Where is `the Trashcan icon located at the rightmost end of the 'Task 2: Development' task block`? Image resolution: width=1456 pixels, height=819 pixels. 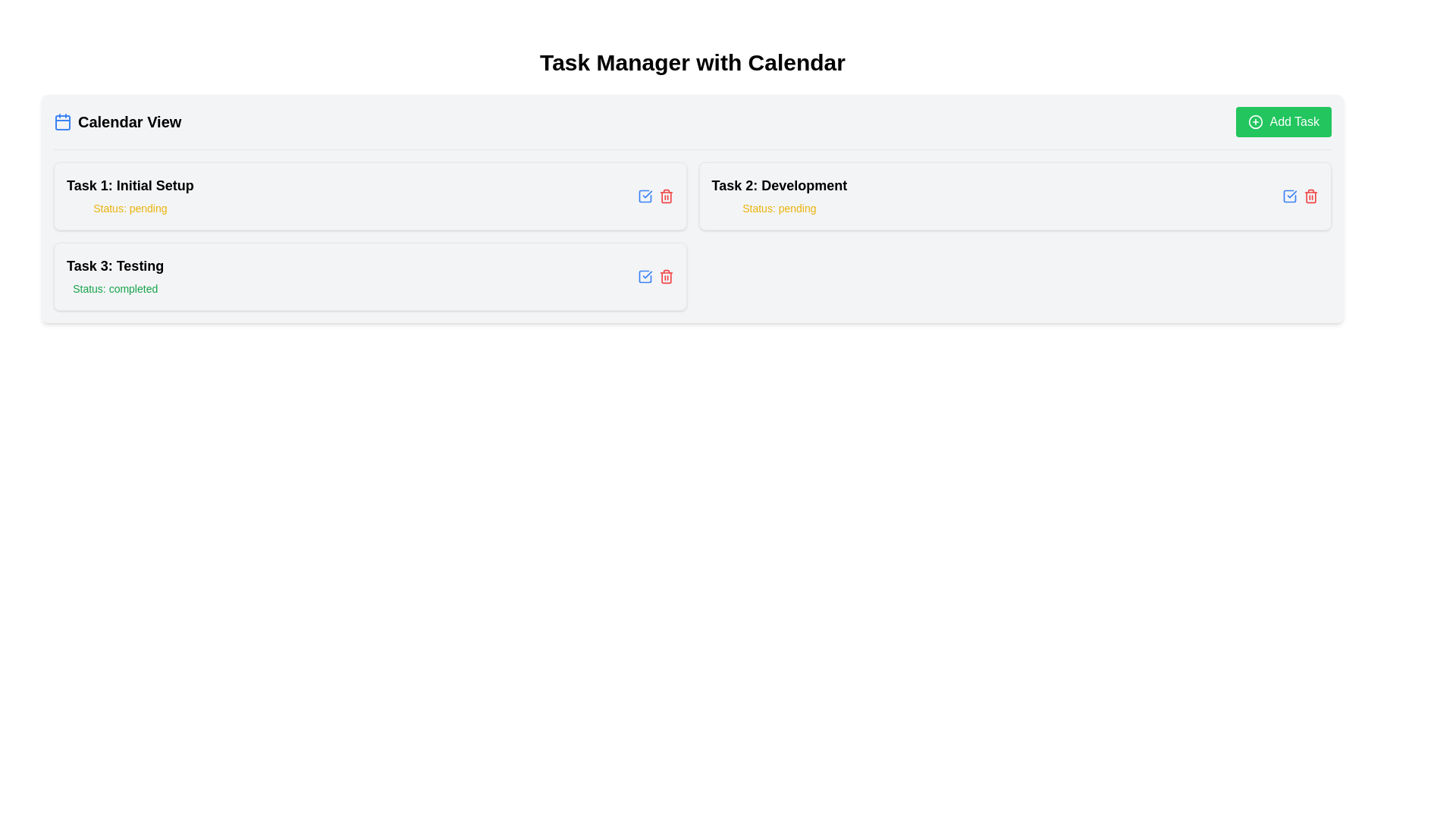
the Trashcan icon located at the rightmost end of the 'Task 2: Development' task block is located at coordinates (666, 278).